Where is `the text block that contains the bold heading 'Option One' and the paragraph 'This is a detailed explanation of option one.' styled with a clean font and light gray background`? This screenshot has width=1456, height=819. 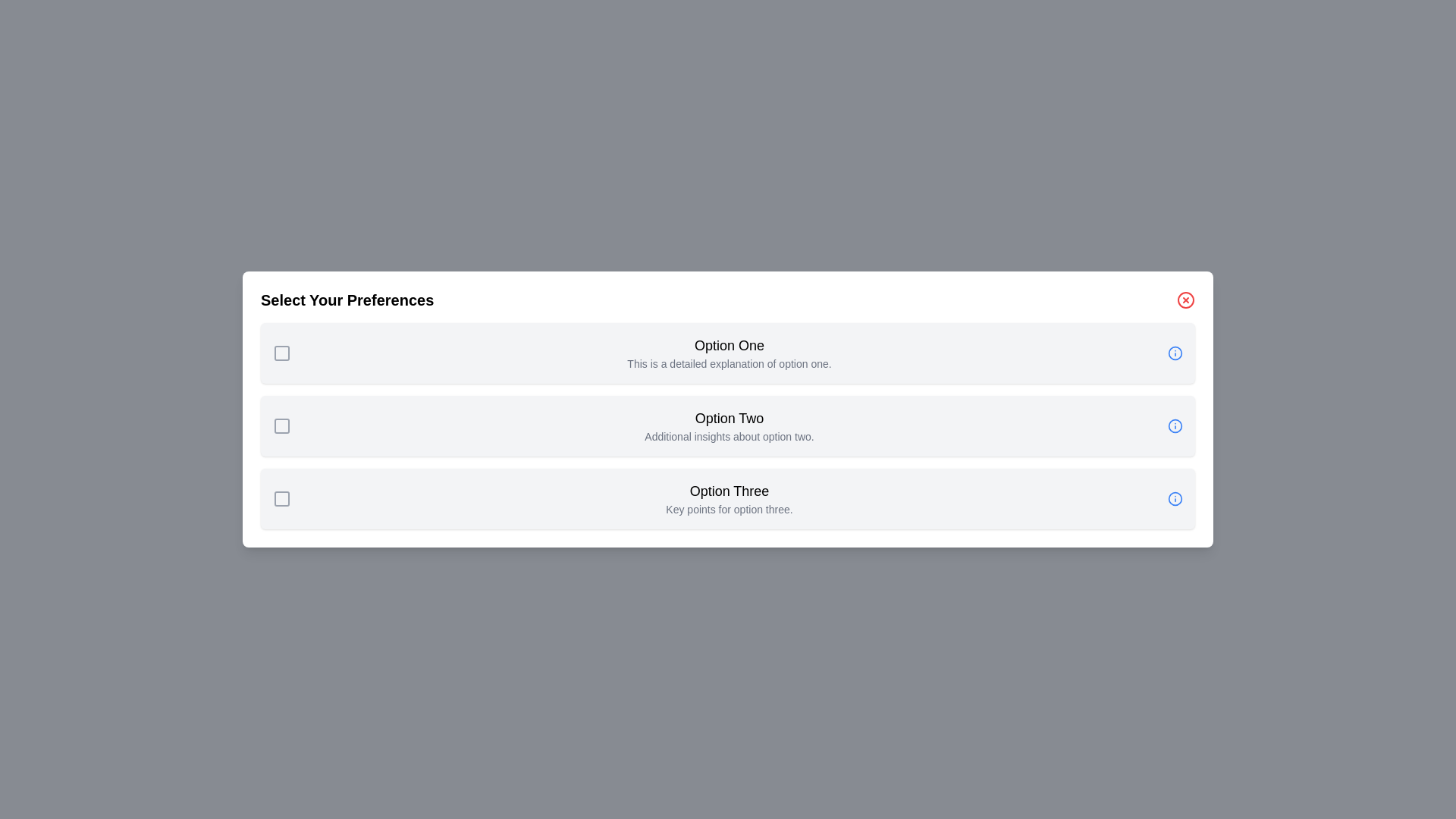 the text block that contains the bold heading 'Option One' and the paragraph 'This is a detailed explanation of option one.' styled with a clean font and light gray background is located at coordinates (729, 353).